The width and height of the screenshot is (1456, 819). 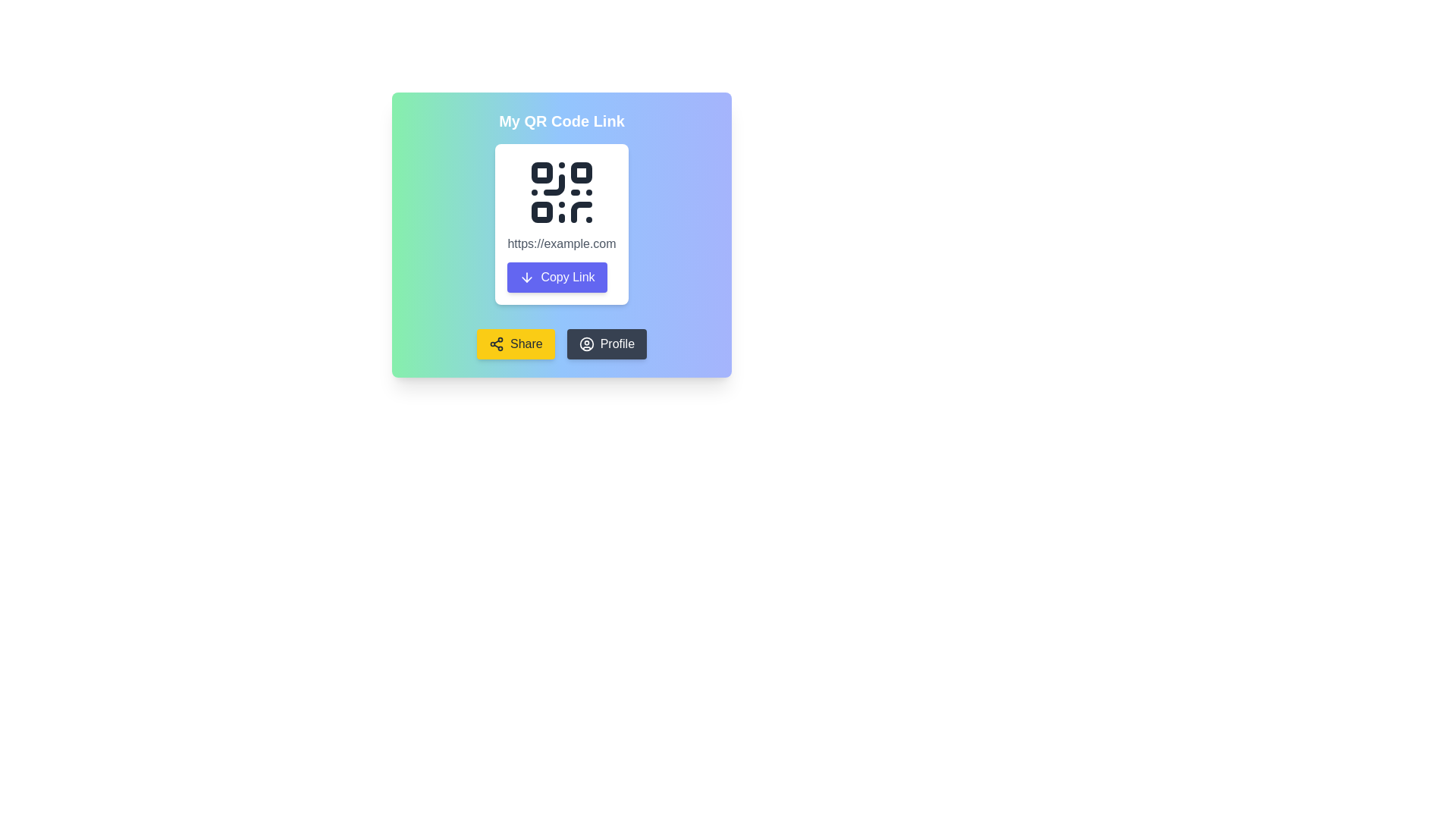 What do you see at coordinates (542, 171) in the screenshot?
I see `the decorative square located at the top-left corner of the QR code, which is a small rounded square styled in black and white` at bounding box center [542, 171].